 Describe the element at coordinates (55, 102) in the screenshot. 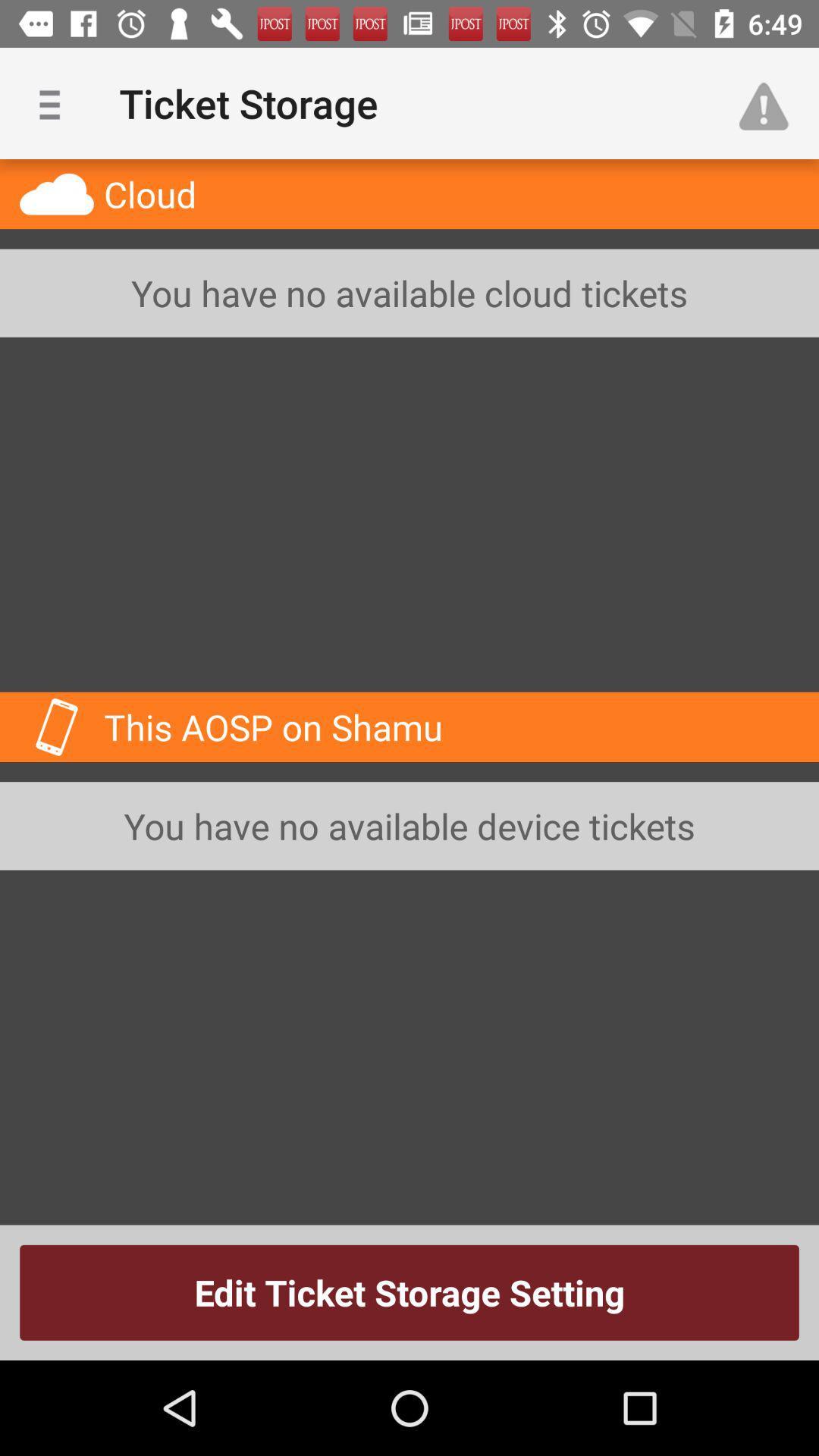

I see `the icon next to ticket storage` at that location.